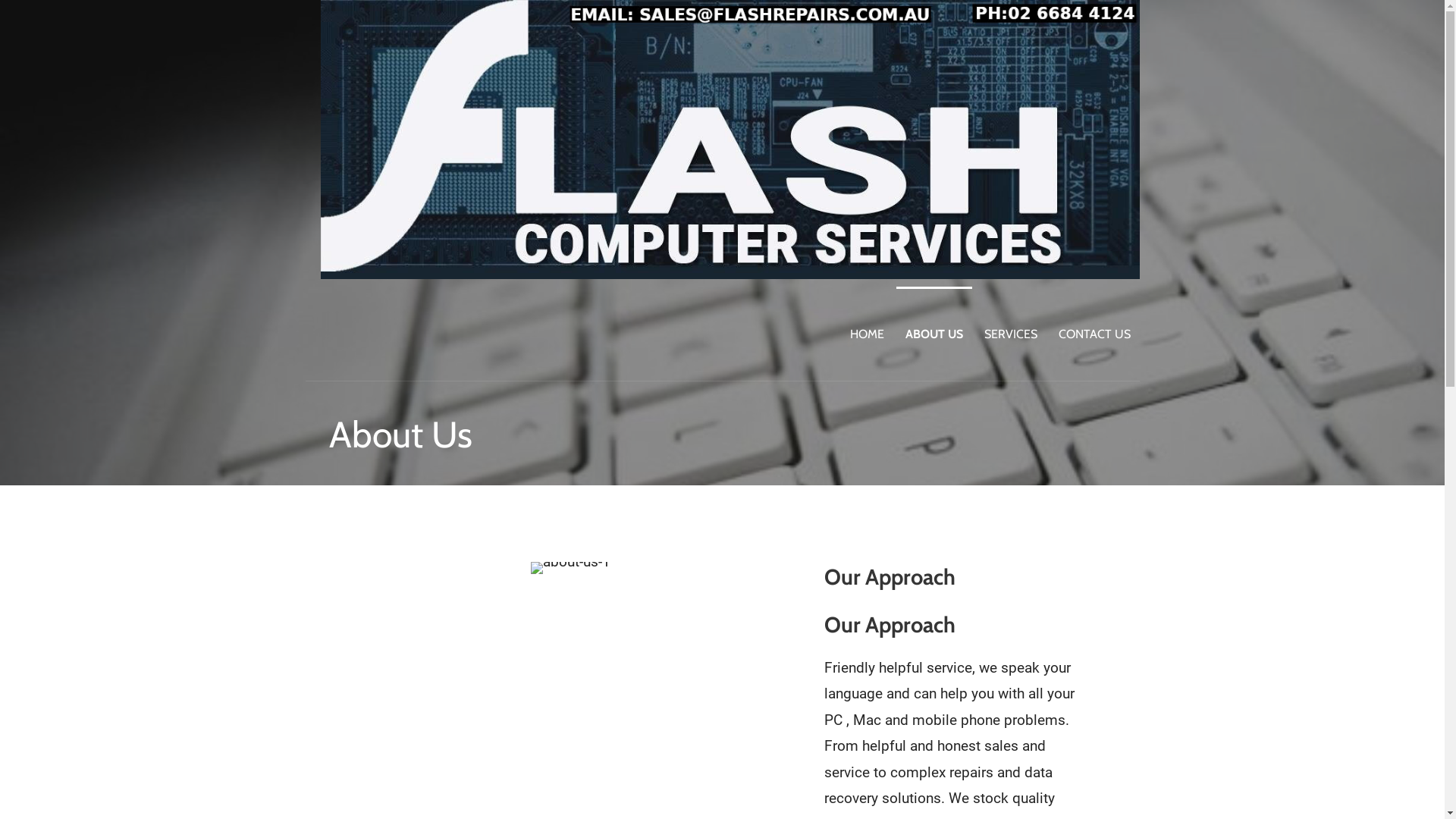 The image size is (1456, 819). Describe the element at coordinates (1011, 333) in the screenshot. I see `'SERVICES'` at that location.